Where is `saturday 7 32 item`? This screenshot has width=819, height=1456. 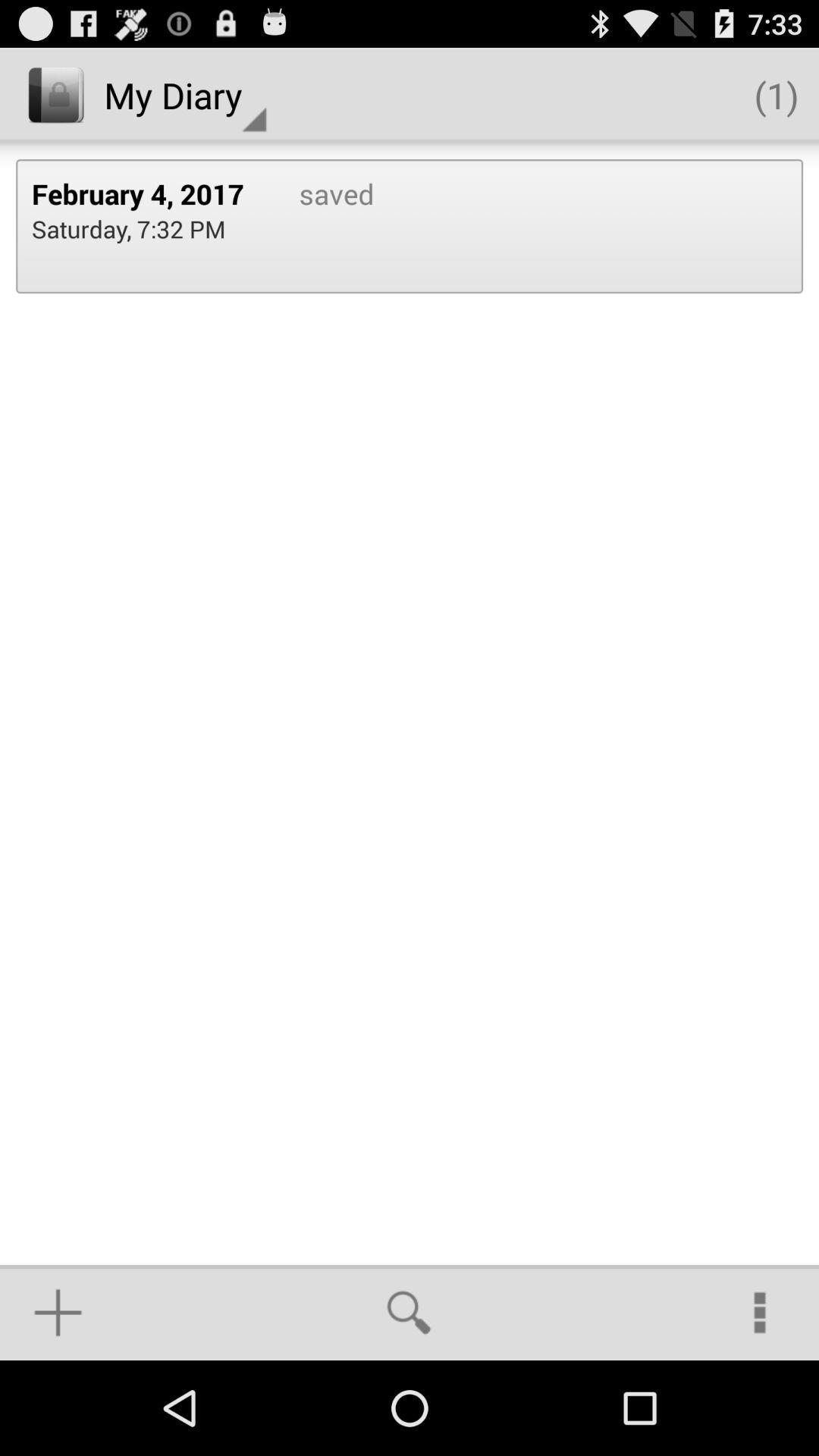
saturday 7 32 item is located at coordinates (127, 227).